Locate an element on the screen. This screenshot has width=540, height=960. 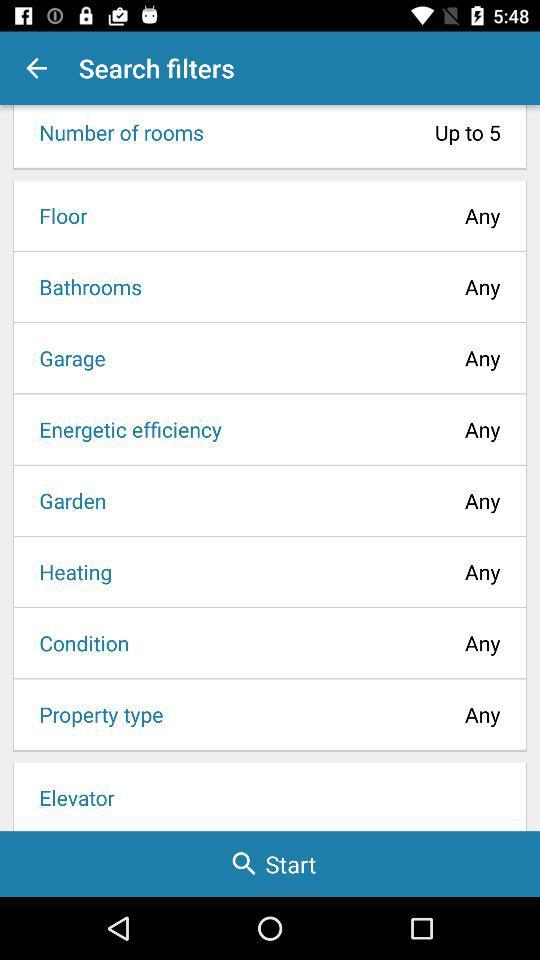
icon next to any item is located at coordinates (83, 285).